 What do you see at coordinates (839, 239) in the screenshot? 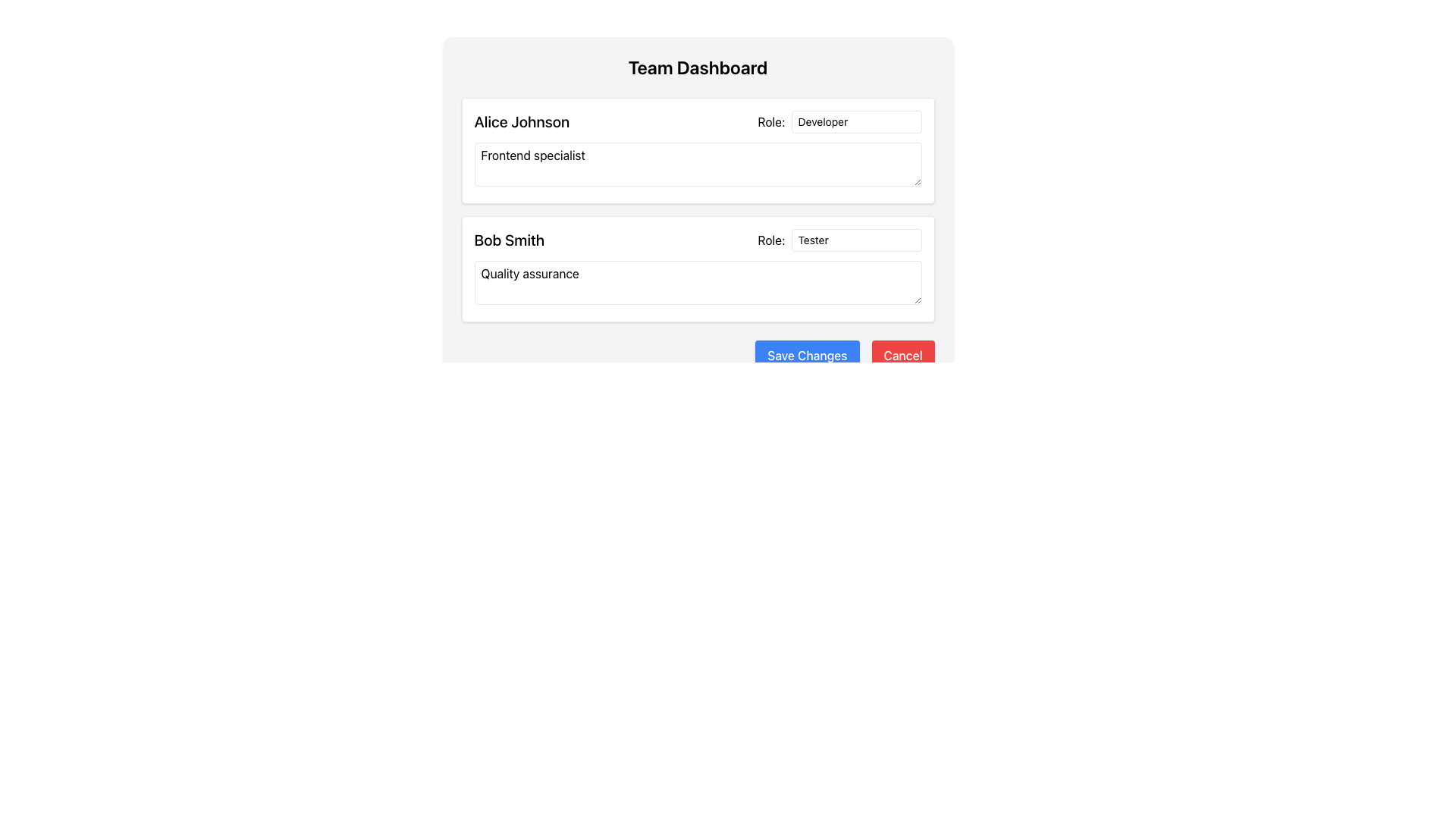
I see `the labeled input box for 'Bob Smith'` at bounding box center [839, 239].